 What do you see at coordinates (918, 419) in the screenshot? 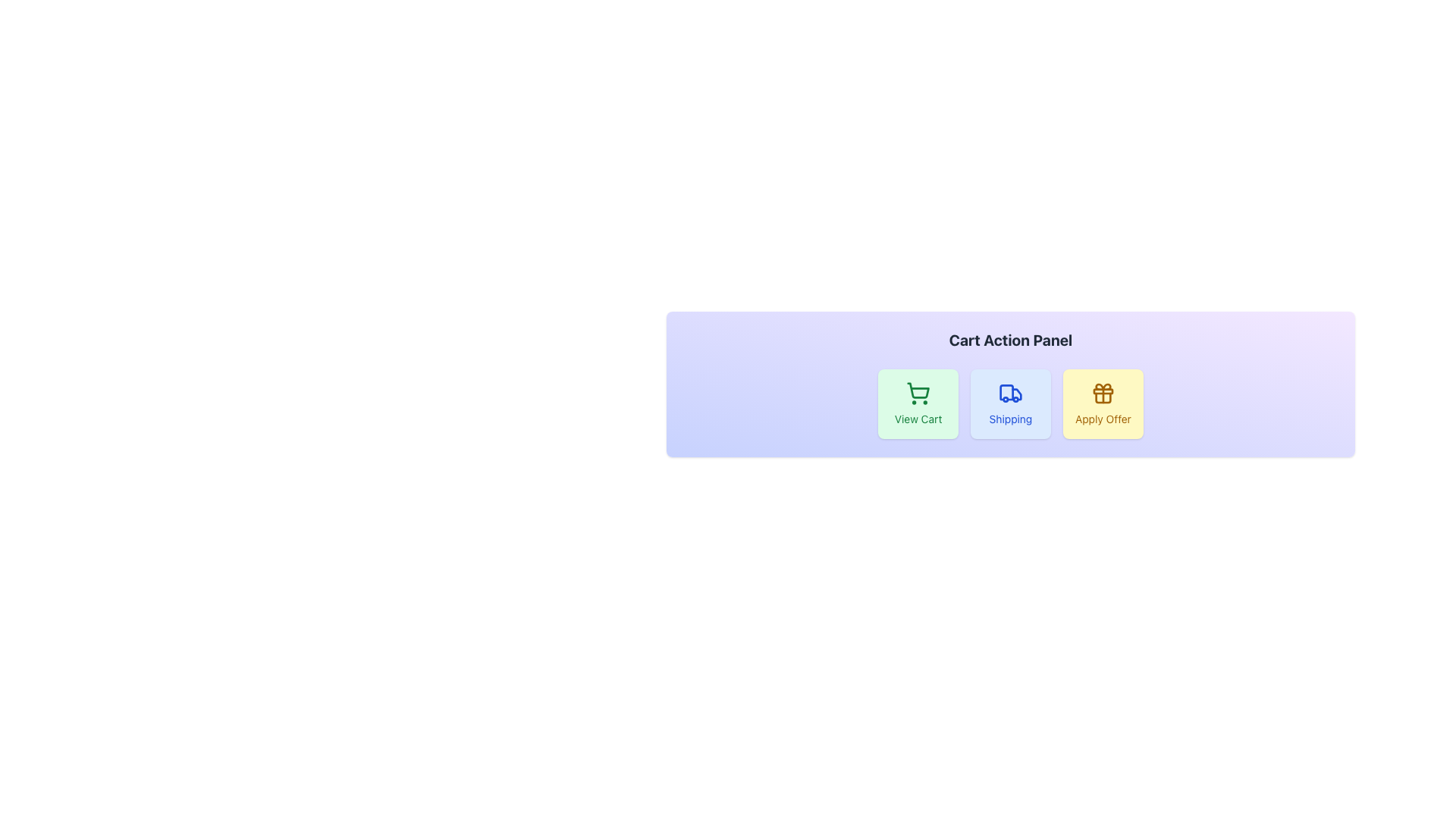
I see `the green 'View Cart' text label located within the 'View Cart' button, positioned below the shopping cart icon and part of the button group under the 'Cart Action Panel'` at bounding box center [918, 419].